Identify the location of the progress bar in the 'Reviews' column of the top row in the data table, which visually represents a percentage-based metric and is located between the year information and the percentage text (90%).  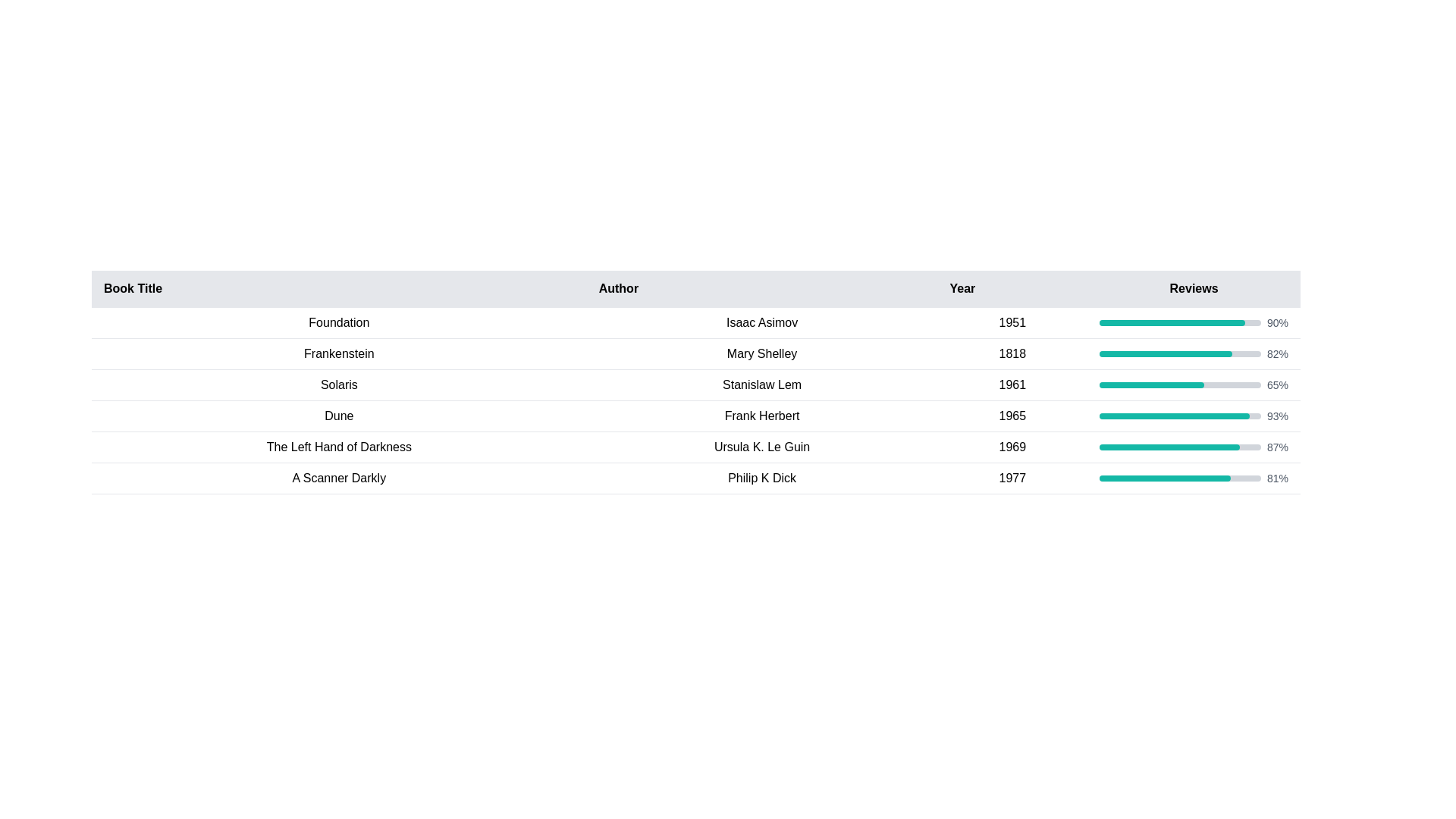
(1179, 322).